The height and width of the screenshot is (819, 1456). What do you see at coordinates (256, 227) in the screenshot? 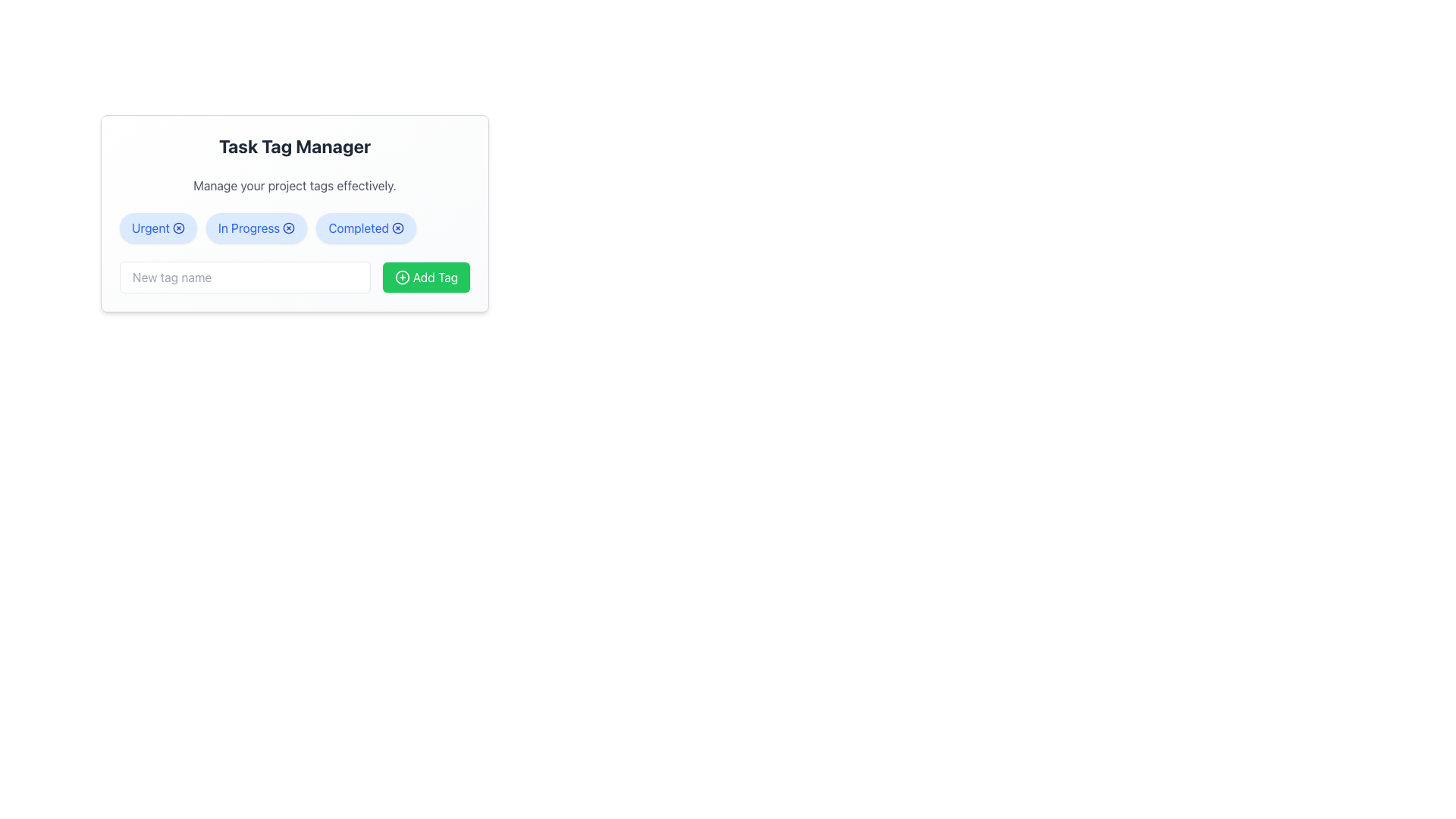
I see `the 'In Progress' Status Tag, which is a rounded rectangle with a light blue background and blue text, located between the 'Urgent' and 'Completed' tags` at bounding box center [256, 227].